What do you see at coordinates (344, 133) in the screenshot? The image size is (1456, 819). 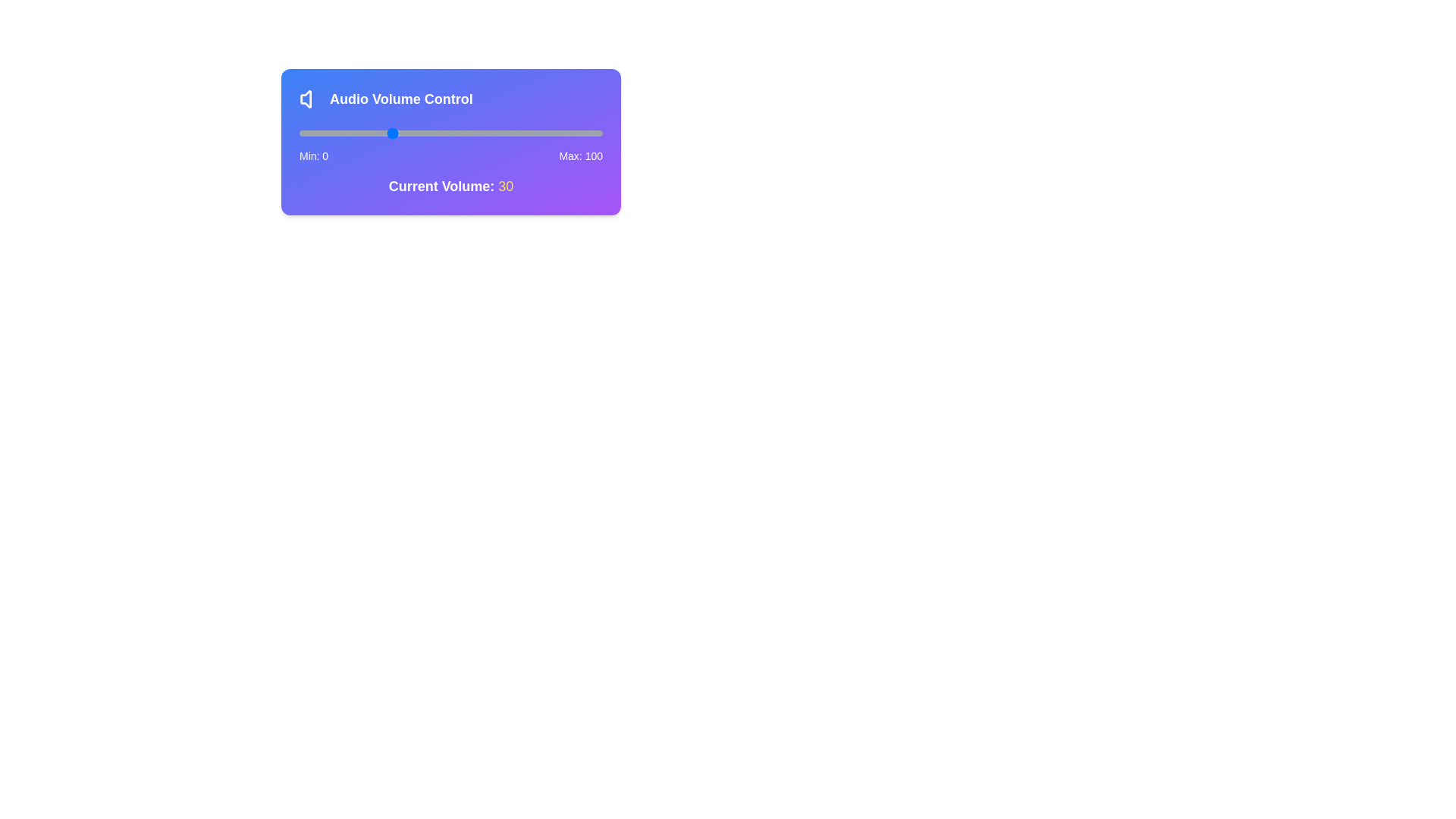 I see `the slider to set the volume to 15` at bounding box center [344, 133].